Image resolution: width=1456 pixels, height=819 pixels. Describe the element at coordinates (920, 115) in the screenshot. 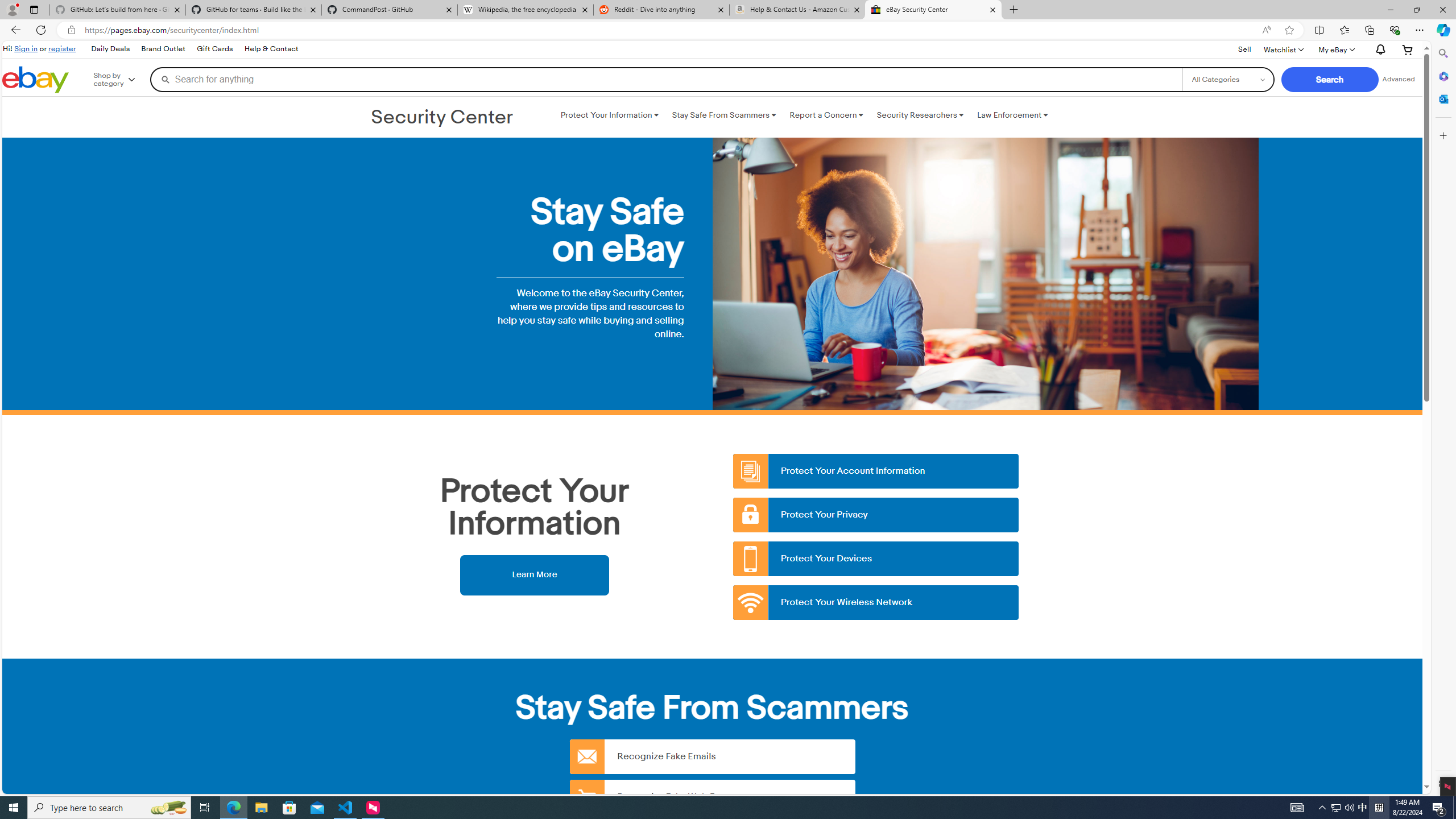

I see `'Security Researchers '` at that location.